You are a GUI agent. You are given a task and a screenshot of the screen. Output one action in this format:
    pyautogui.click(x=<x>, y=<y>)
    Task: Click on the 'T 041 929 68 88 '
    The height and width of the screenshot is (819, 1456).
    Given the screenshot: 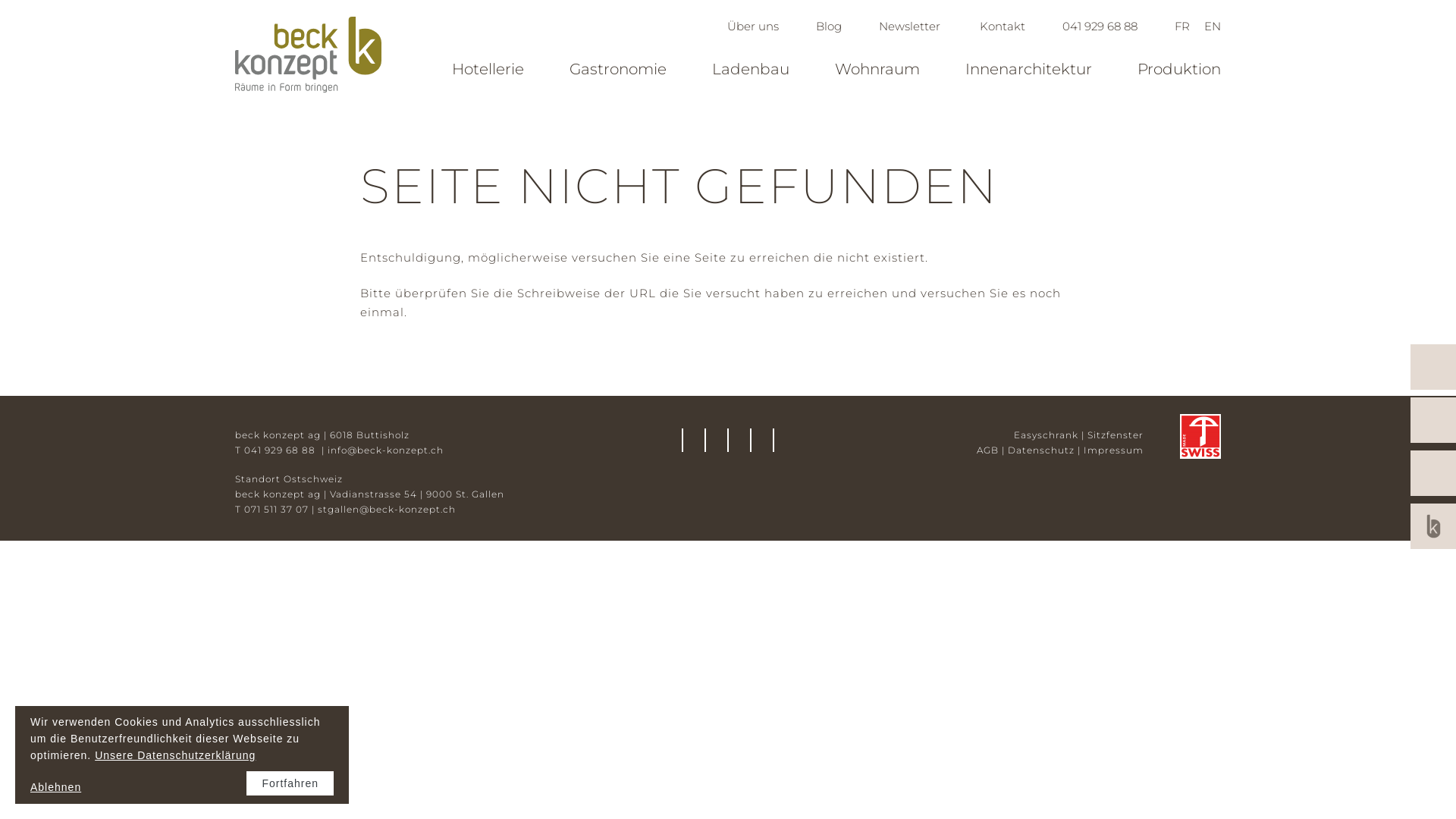 What is the action you would take?
    pyautogui.click(x=276, y=449)
    